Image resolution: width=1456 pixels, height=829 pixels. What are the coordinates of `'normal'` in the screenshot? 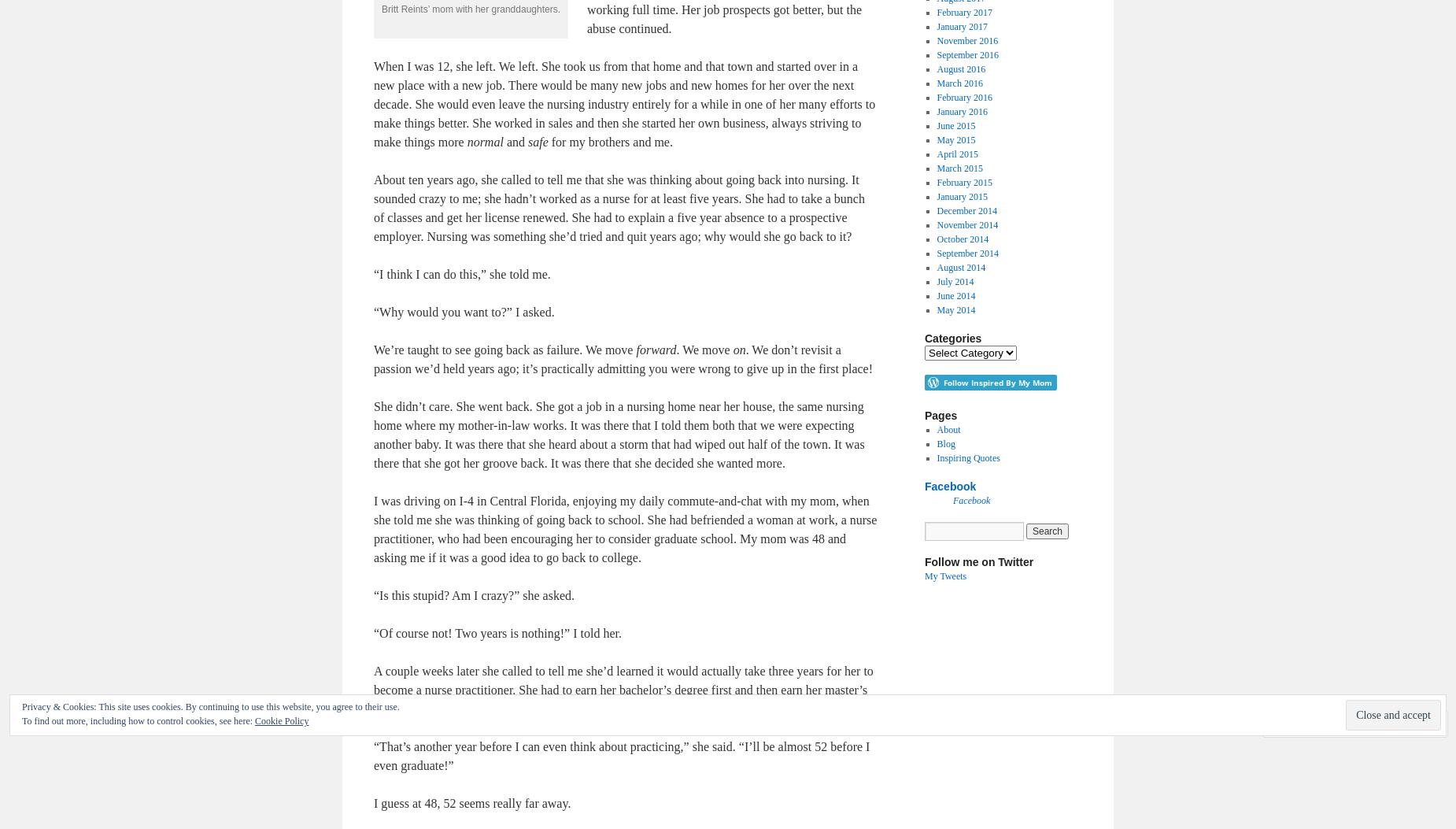 It's located at (485, 141).